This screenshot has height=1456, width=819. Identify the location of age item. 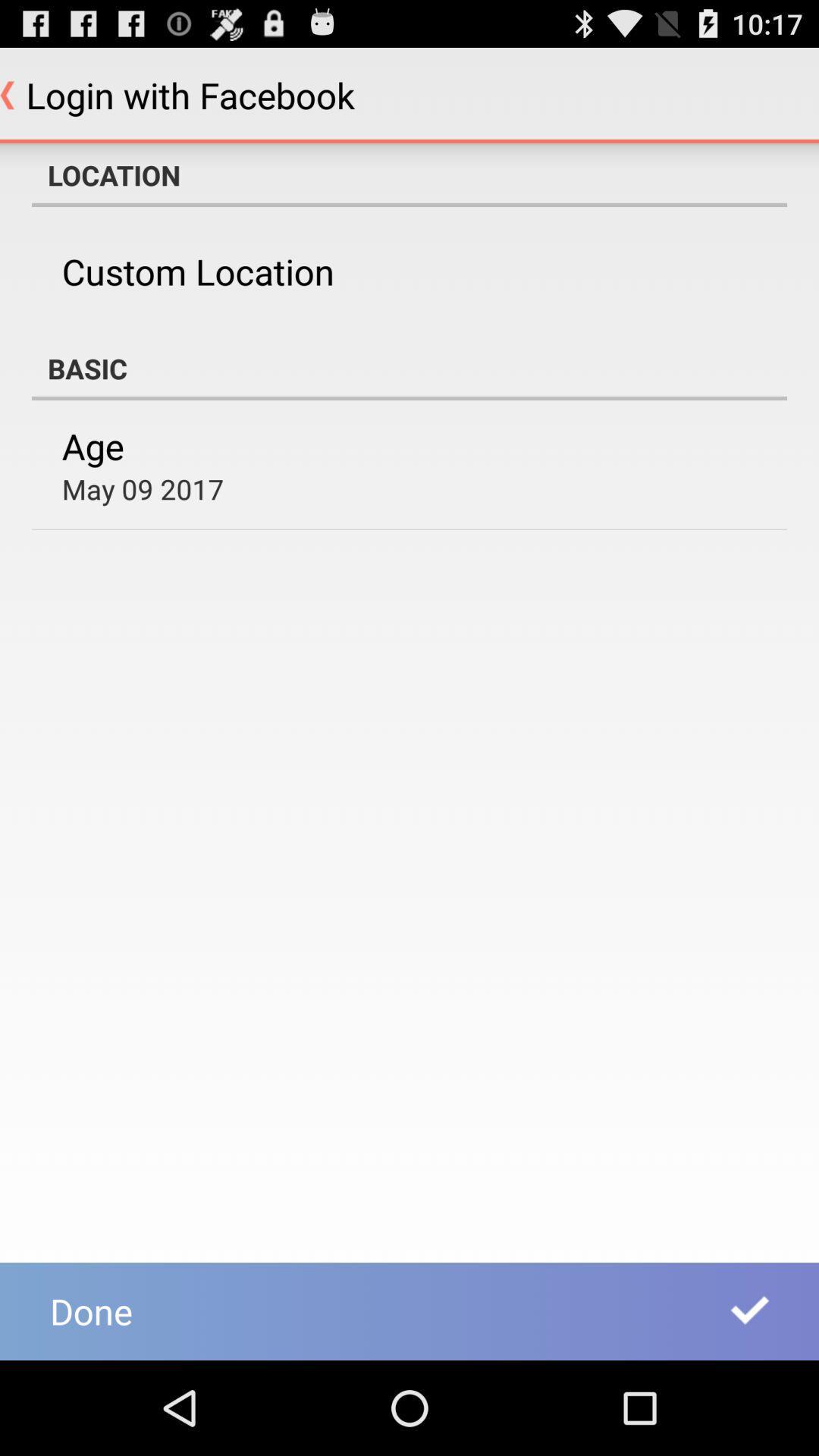
(93, 445).